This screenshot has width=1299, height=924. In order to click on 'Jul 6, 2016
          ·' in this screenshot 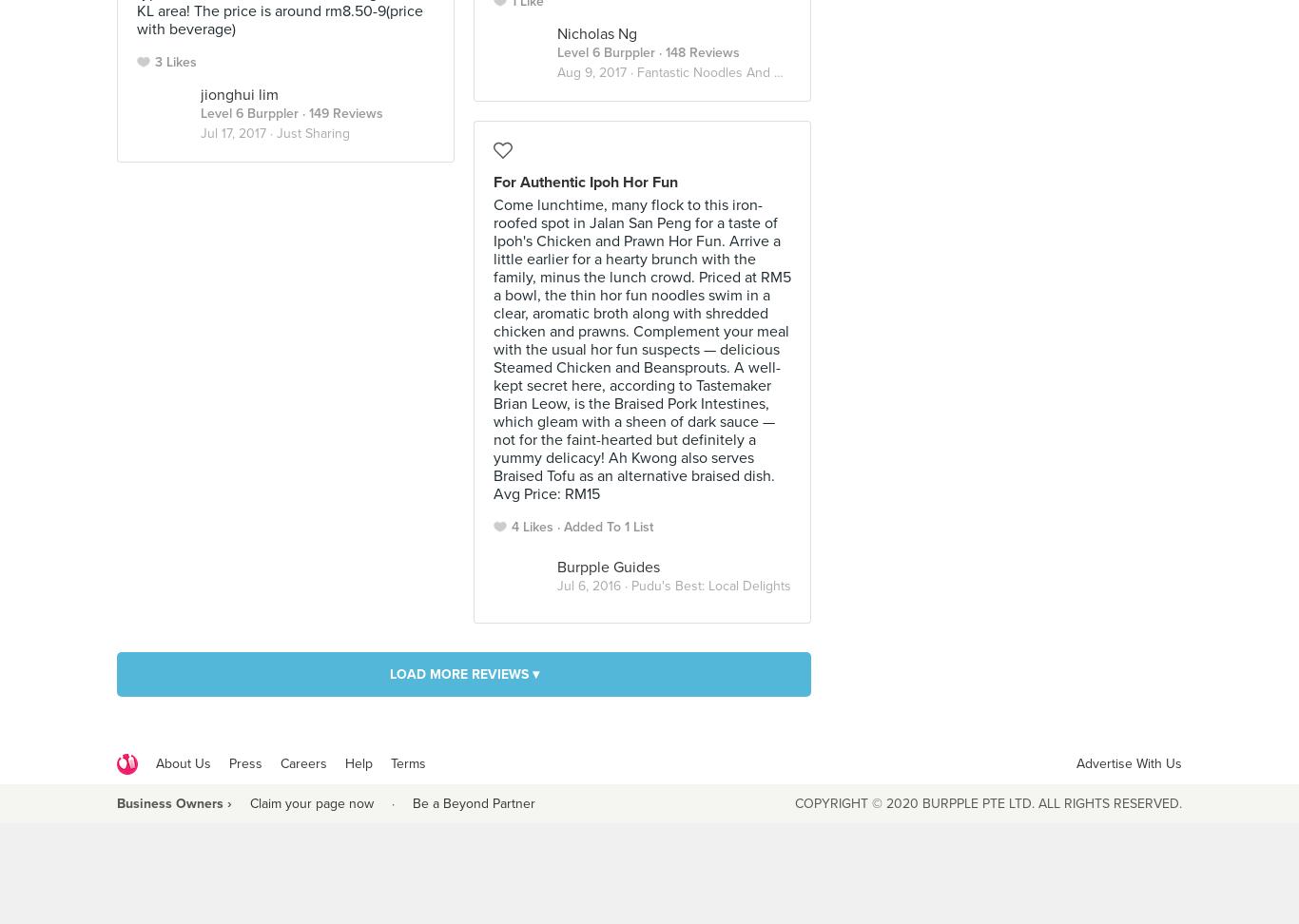, I will do `click(592, 586)`.